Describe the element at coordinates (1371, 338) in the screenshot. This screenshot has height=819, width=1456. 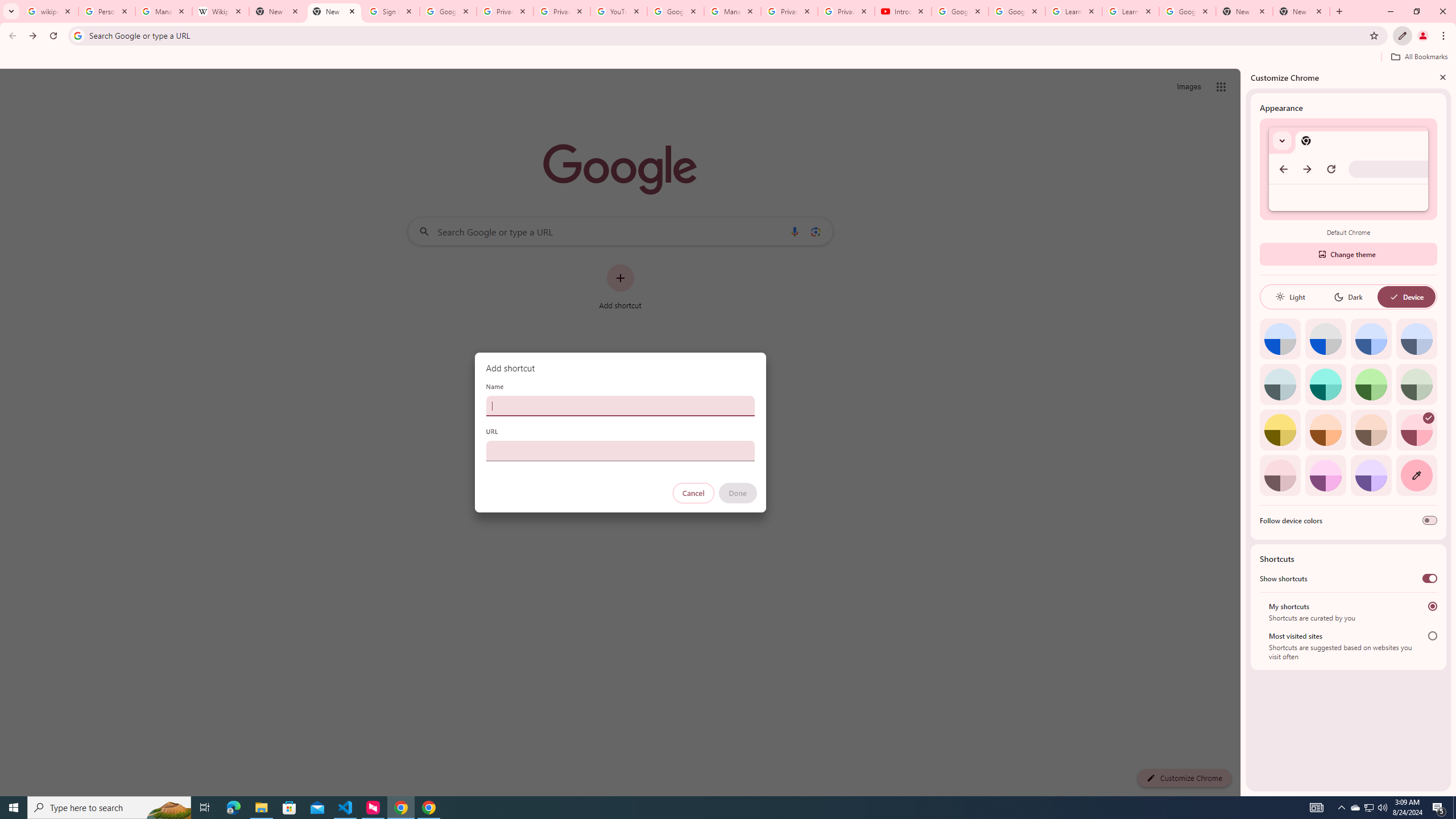
I see `'Blue'` at that location.